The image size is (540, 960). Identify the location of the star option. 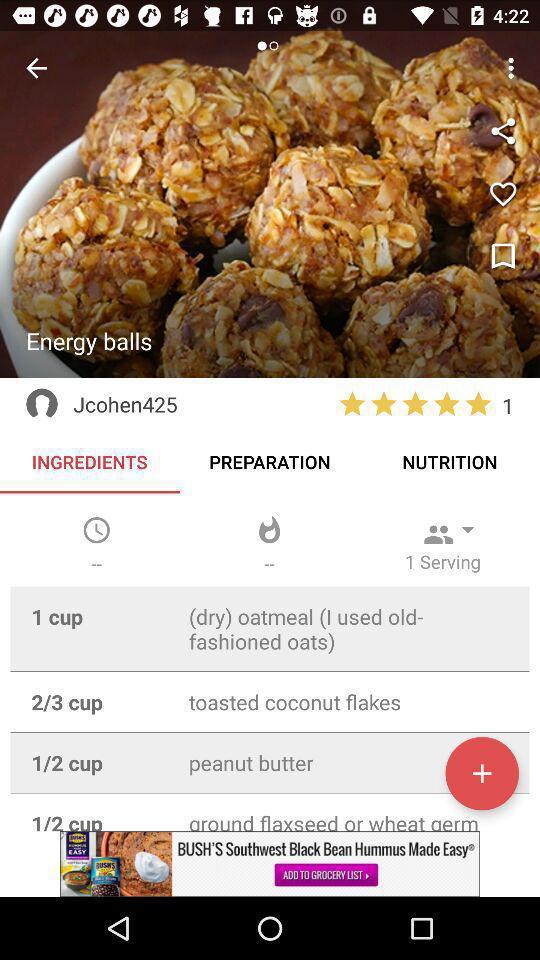
(351, 403).